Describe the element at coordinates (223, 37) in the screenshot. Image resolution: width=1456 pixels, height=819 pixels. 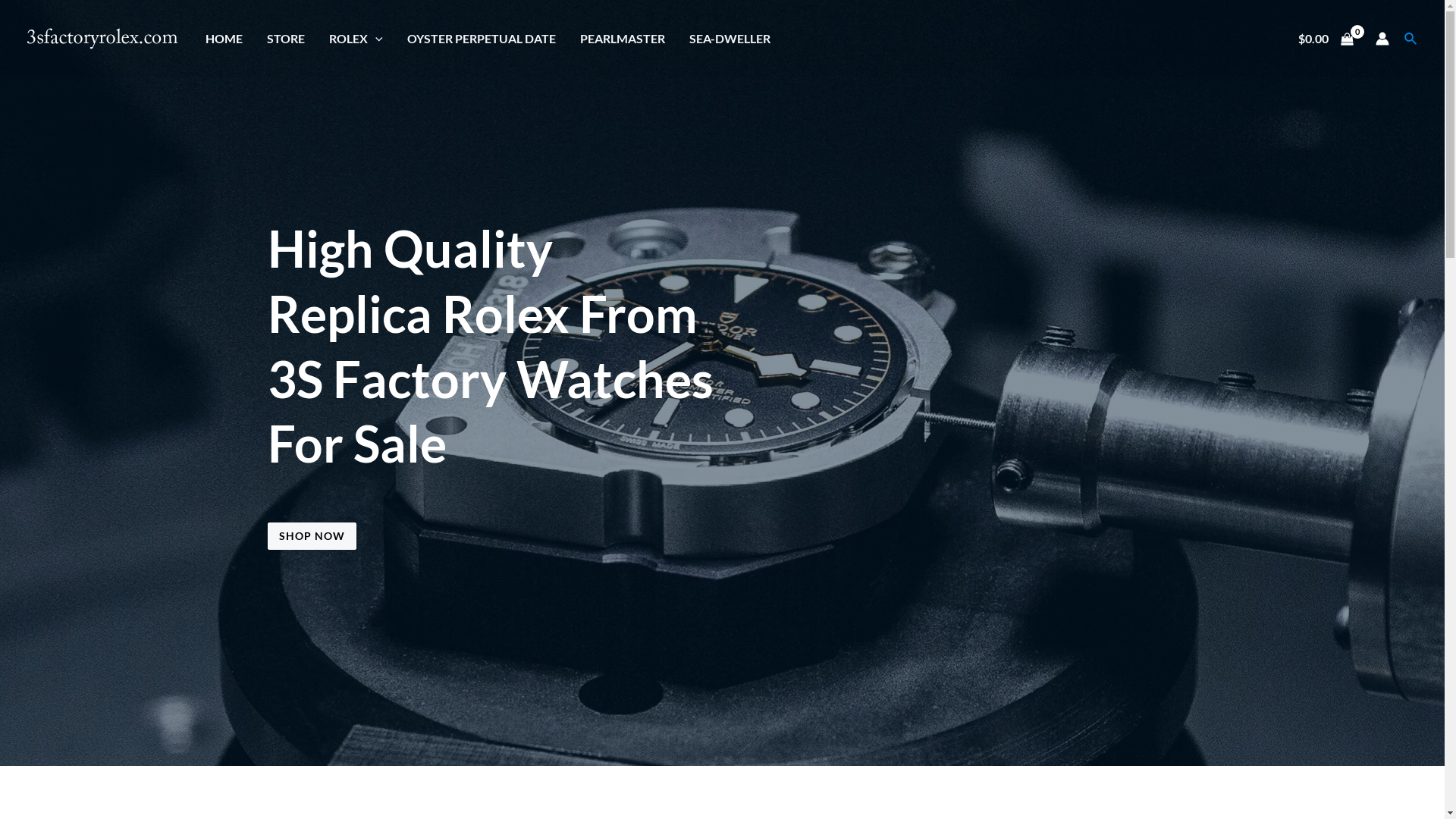
I see `'HOME'` at that location.